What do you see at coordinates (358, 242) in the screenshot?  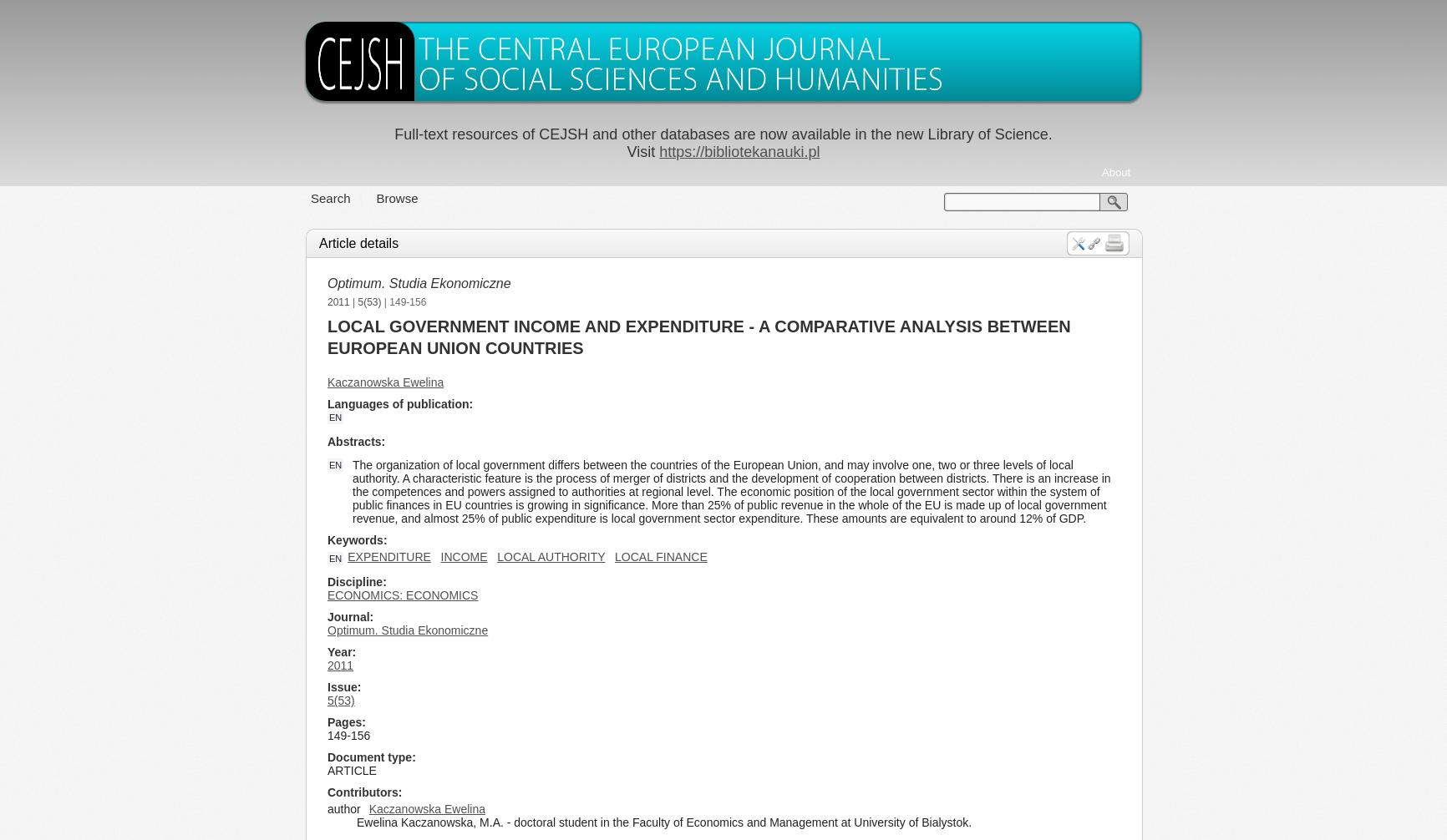 I see `'Article details'` at bounding box center [358, 242].